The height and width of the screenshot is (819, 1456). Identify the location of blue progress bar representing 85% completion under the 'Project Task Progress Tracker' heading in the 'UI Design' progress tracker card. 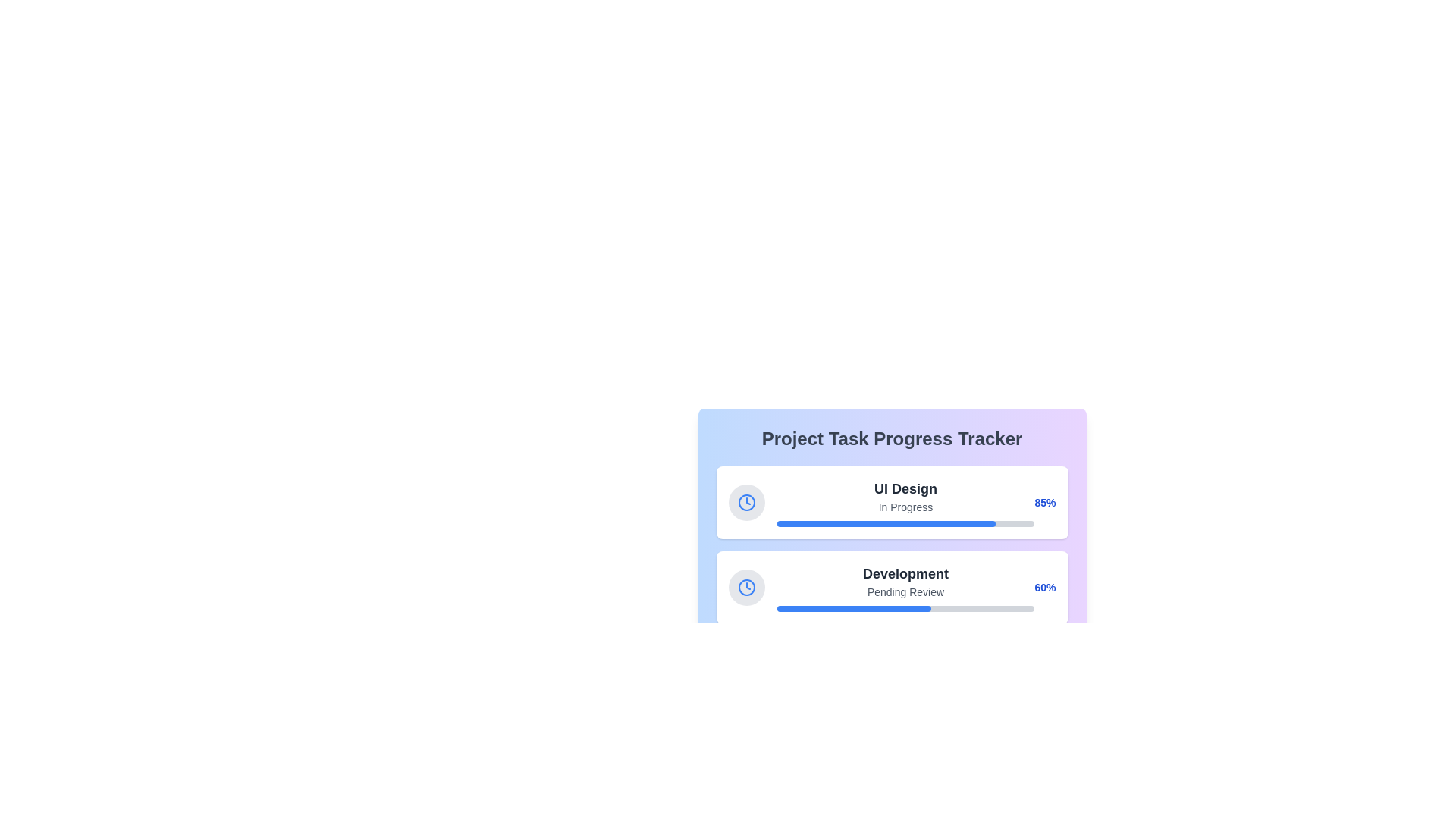
(886, 522).